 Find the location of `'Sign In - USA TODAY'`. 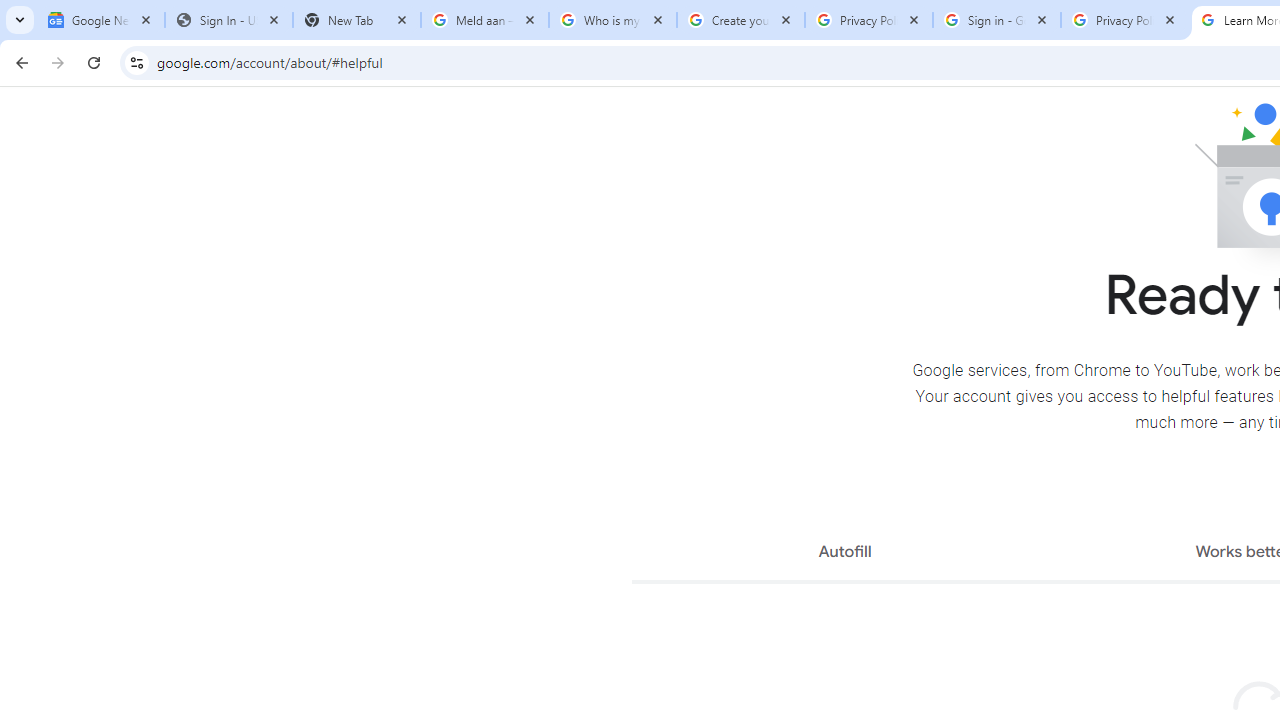

'Sign In - USA TODAY' is located at coordinates (229, 20).